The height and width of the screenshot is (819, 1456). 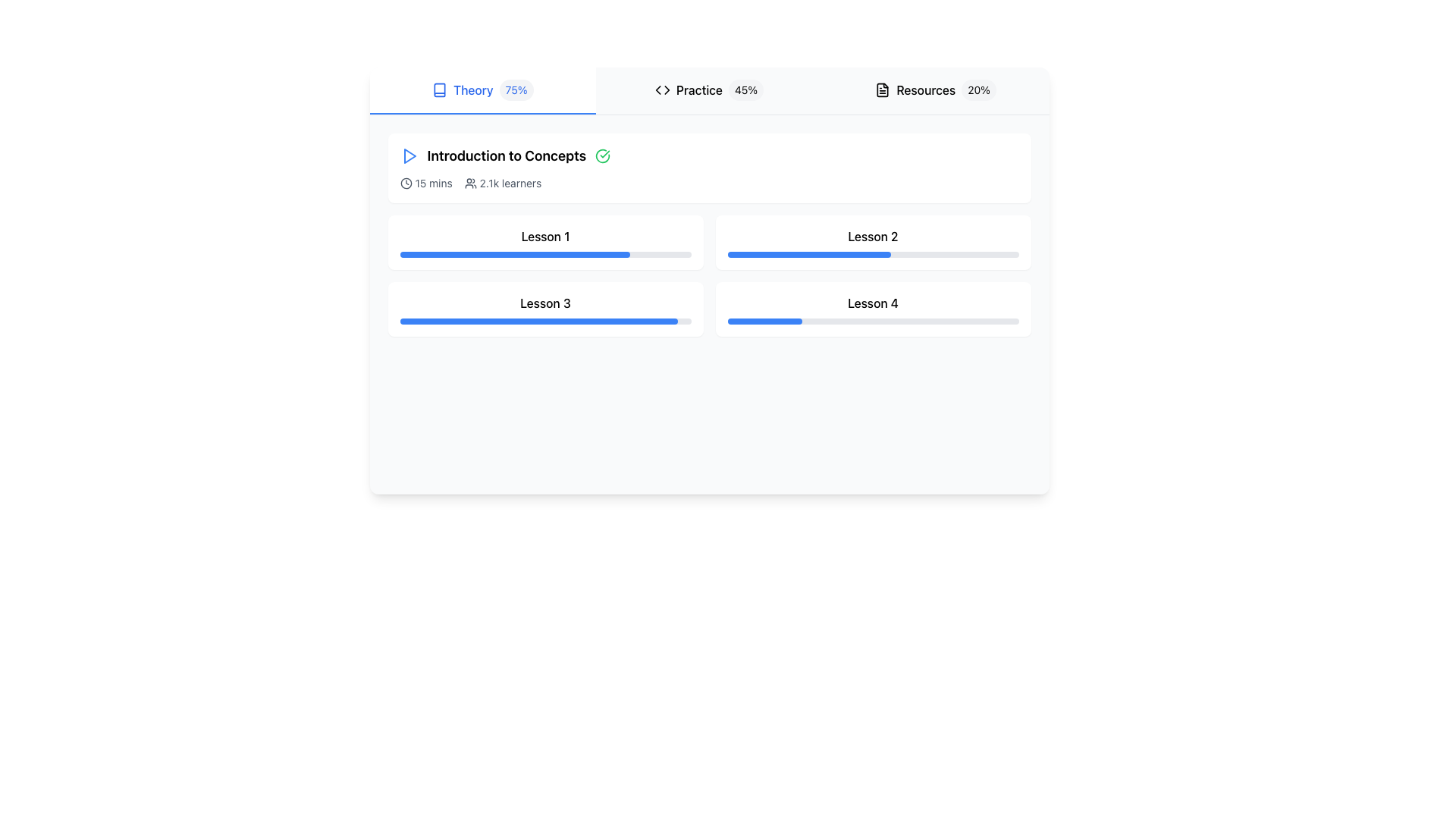 What do you see at coordinates (507, 155) in the screenshot?
I see `the text display component labeled 'Introduction to Concepts', which is centrally positioned and uses a bold font, indicating it is a title or section heading` at bounding box center [507, 155].